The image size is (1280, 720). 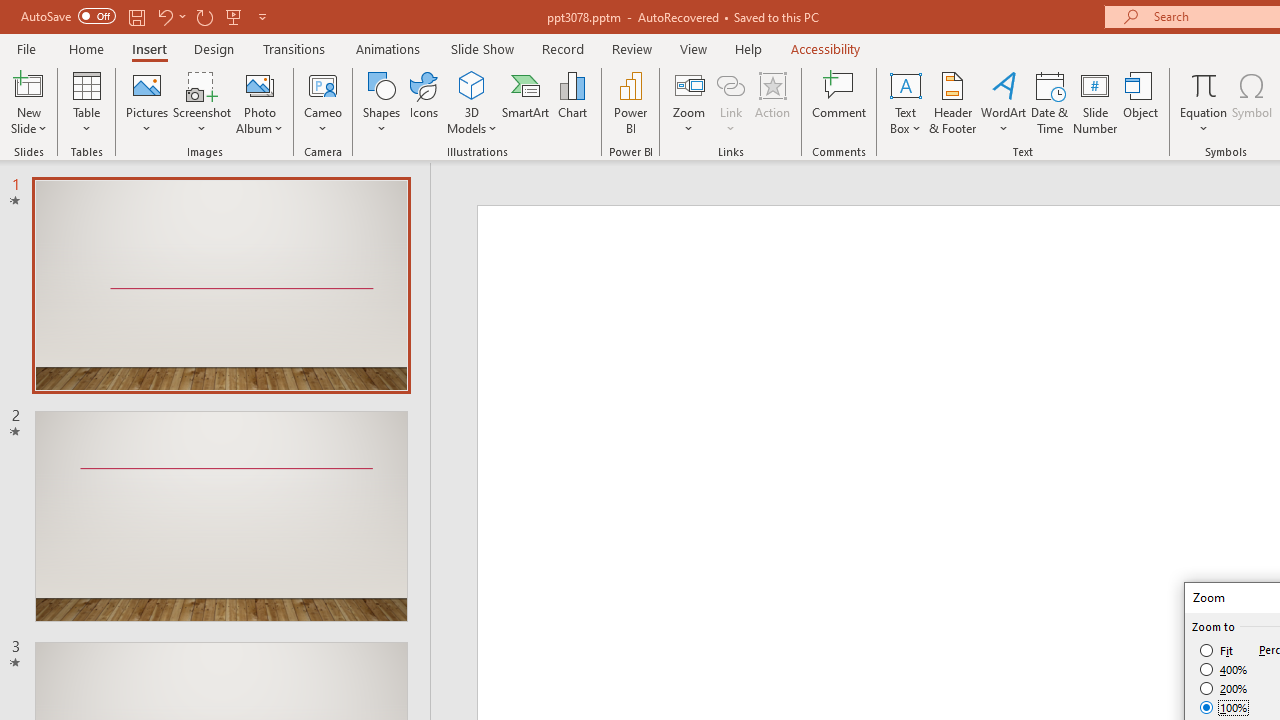 What do you see at coordinates (1251, 103) in the screenshot?
I see `'Symbol...'` at bounding box center [1251, 103].